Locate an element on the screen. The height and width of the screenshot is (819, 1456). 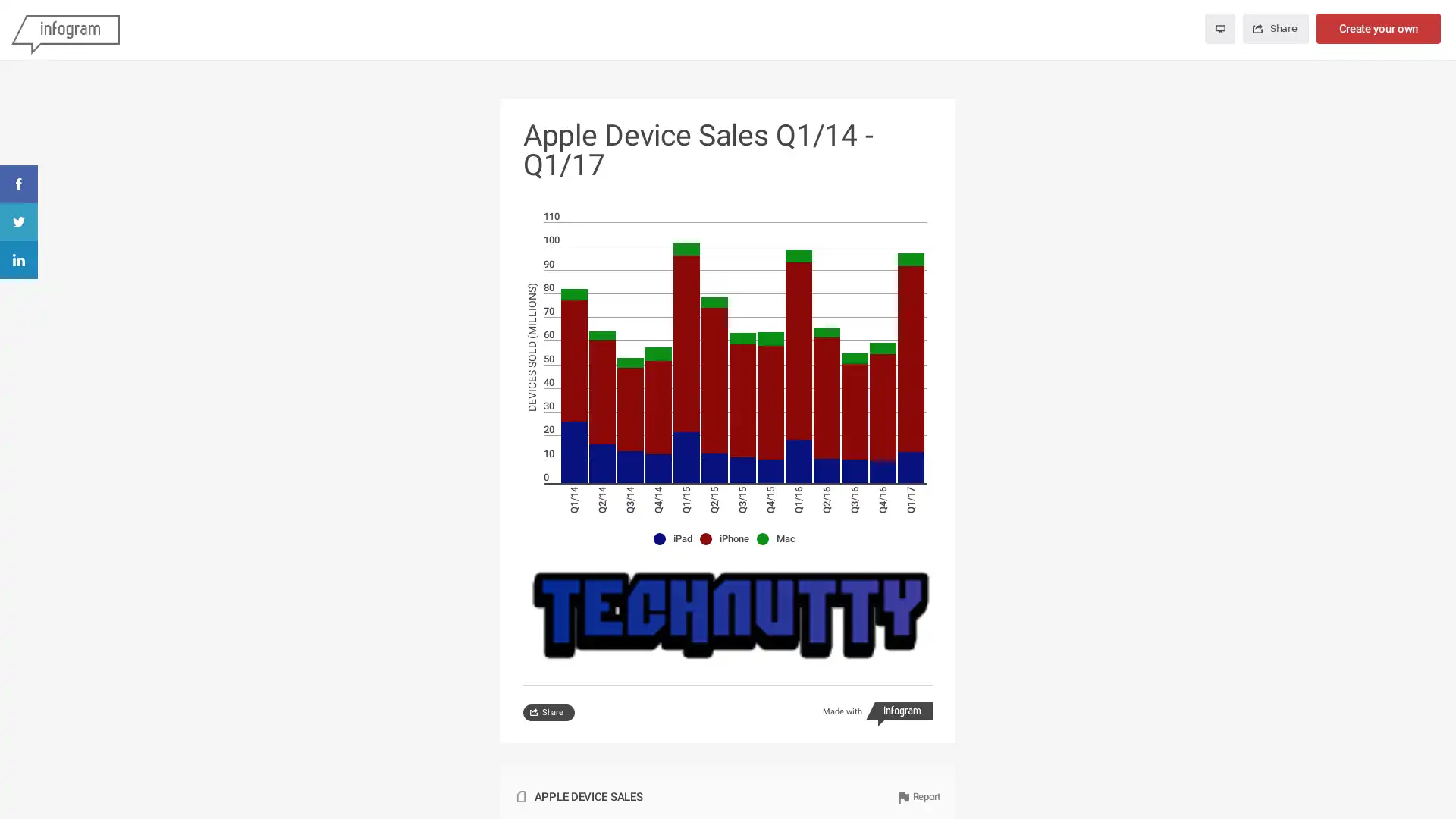
Share is located at coordinates (548, 713).